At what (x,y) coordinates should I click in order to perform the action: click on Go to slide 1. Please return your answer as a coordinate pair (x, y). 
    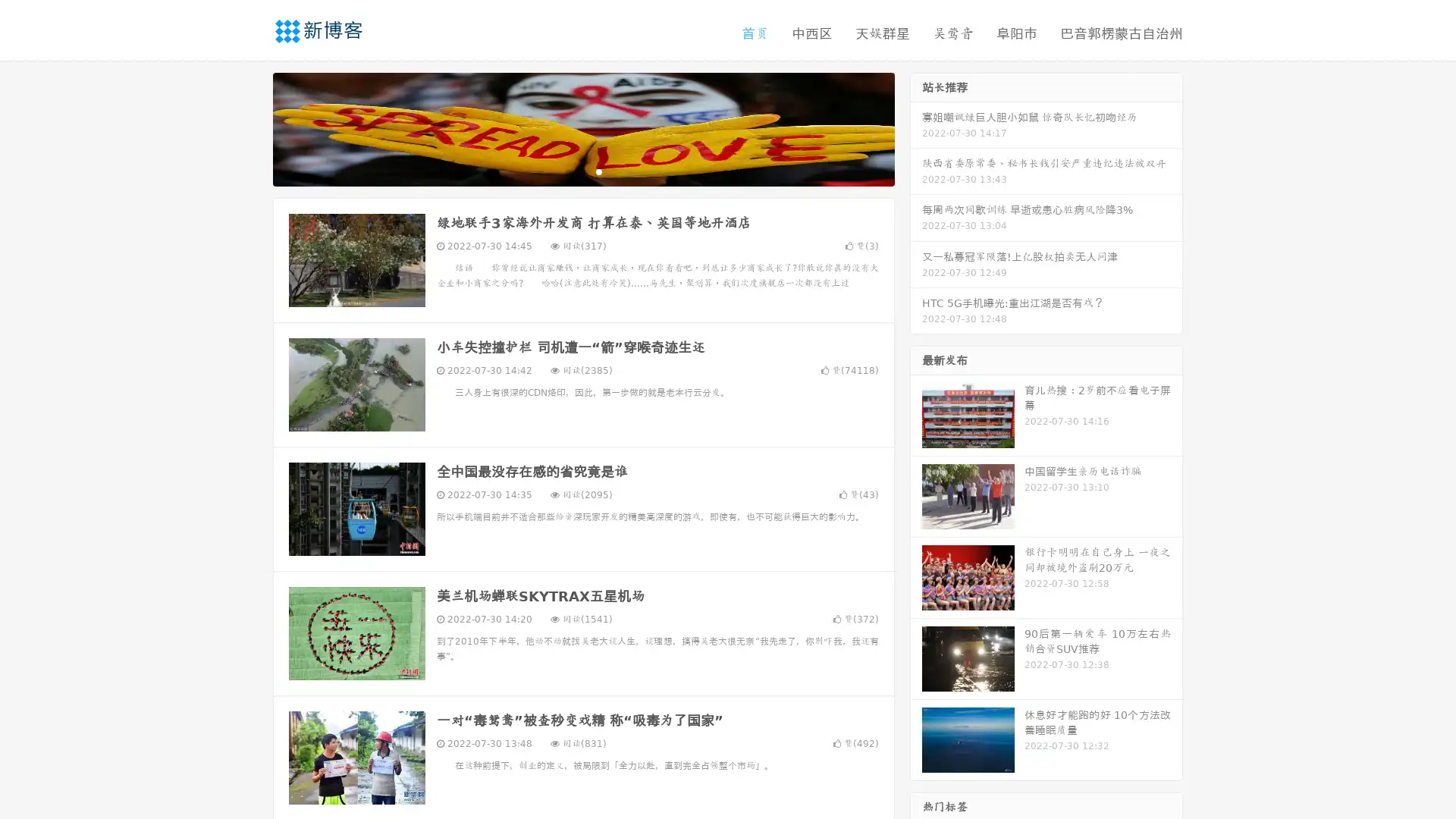
    Looking at the image, I should click on (567, 171).